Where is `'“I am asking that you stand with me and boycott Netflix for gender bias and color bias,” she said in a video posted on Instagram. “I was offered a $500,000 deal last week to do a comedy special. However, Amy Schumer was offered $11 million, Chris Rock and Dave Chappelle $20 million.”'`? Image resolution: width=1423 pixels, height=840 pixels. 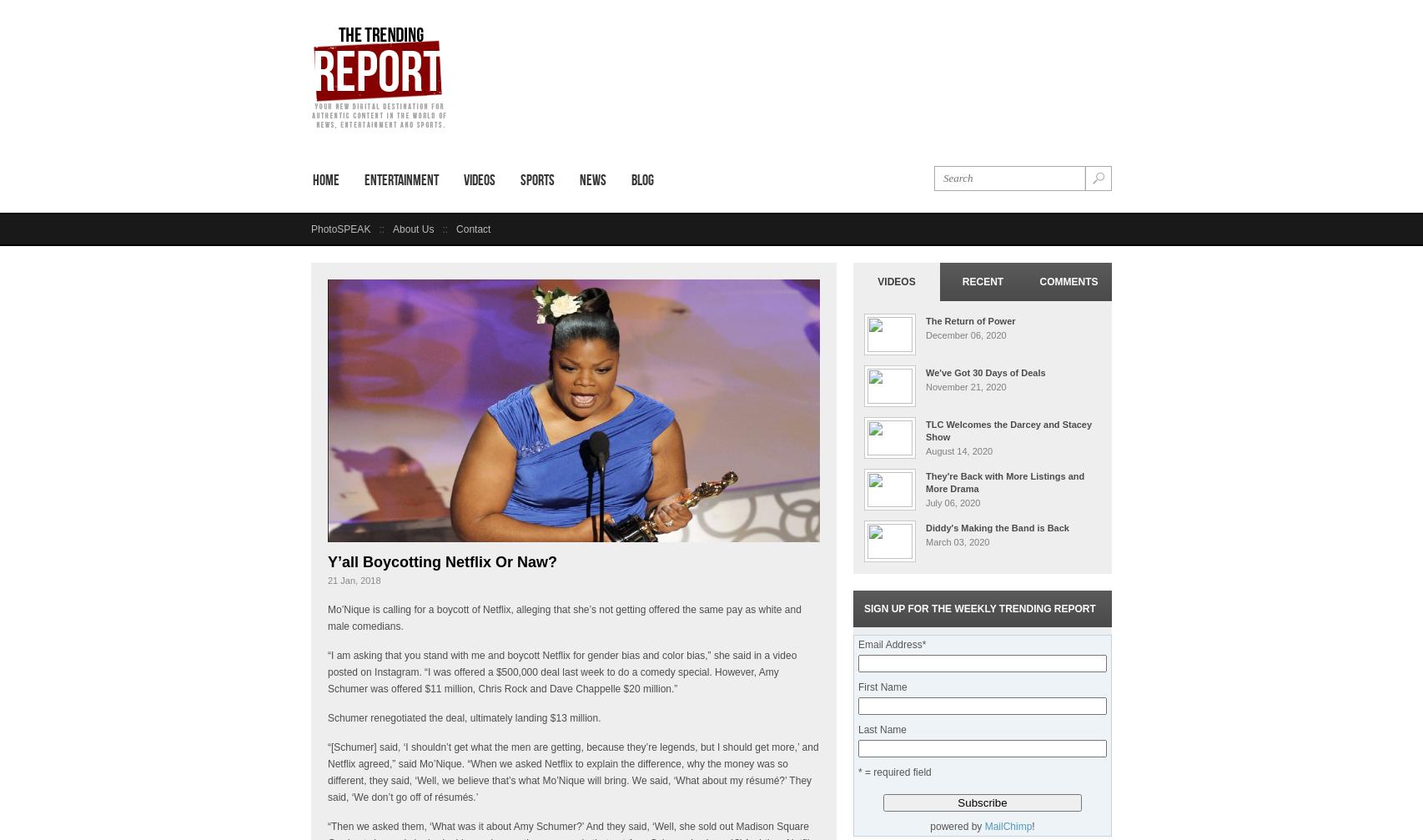
'“I am asking that you stand with me and boycott Netflix for gender bias and color bias,” she said in a video posted on Instagram. “I was offered a $500,000 deal last week to do a comedy special. However, Amy Schumer was offered $11 million, Chris Rock and Dave Chappelle $20 million.”' is located at coordinates (561, 671).